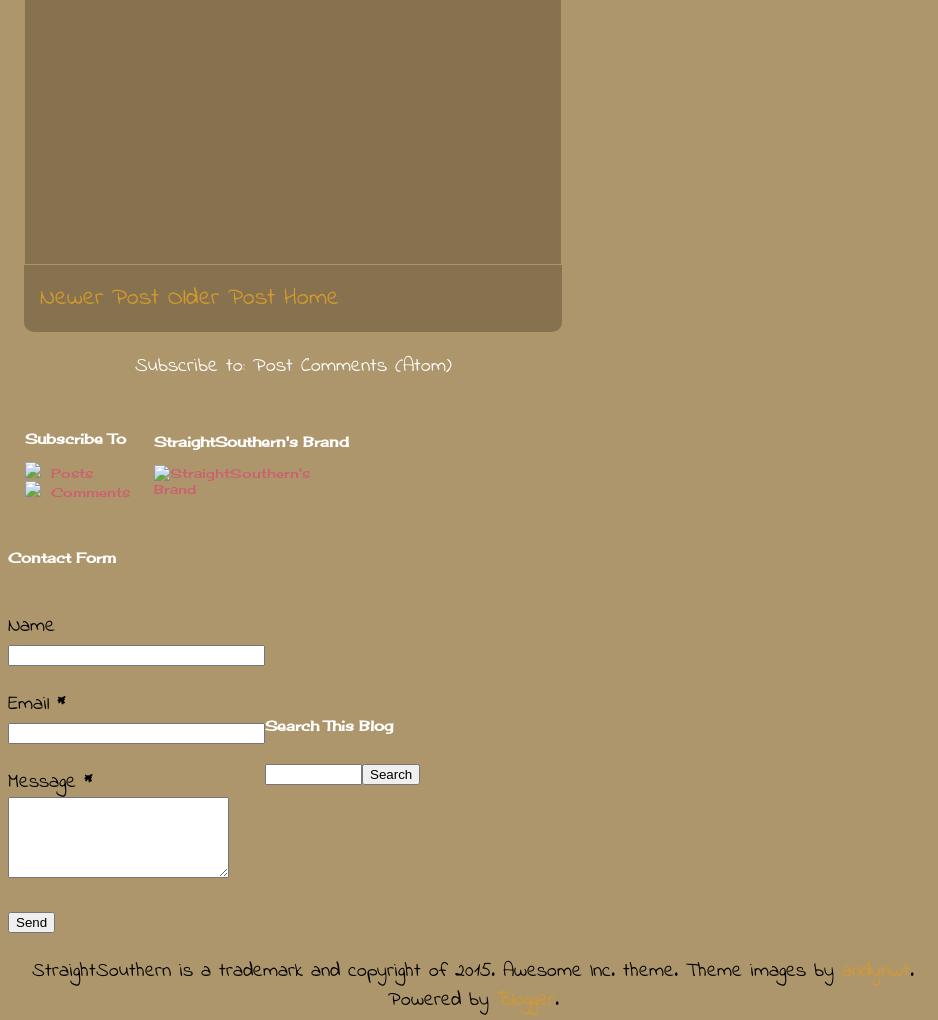 This screenshot has width=938, height=1020. I want to click on 'Posts', so click(69, 472).